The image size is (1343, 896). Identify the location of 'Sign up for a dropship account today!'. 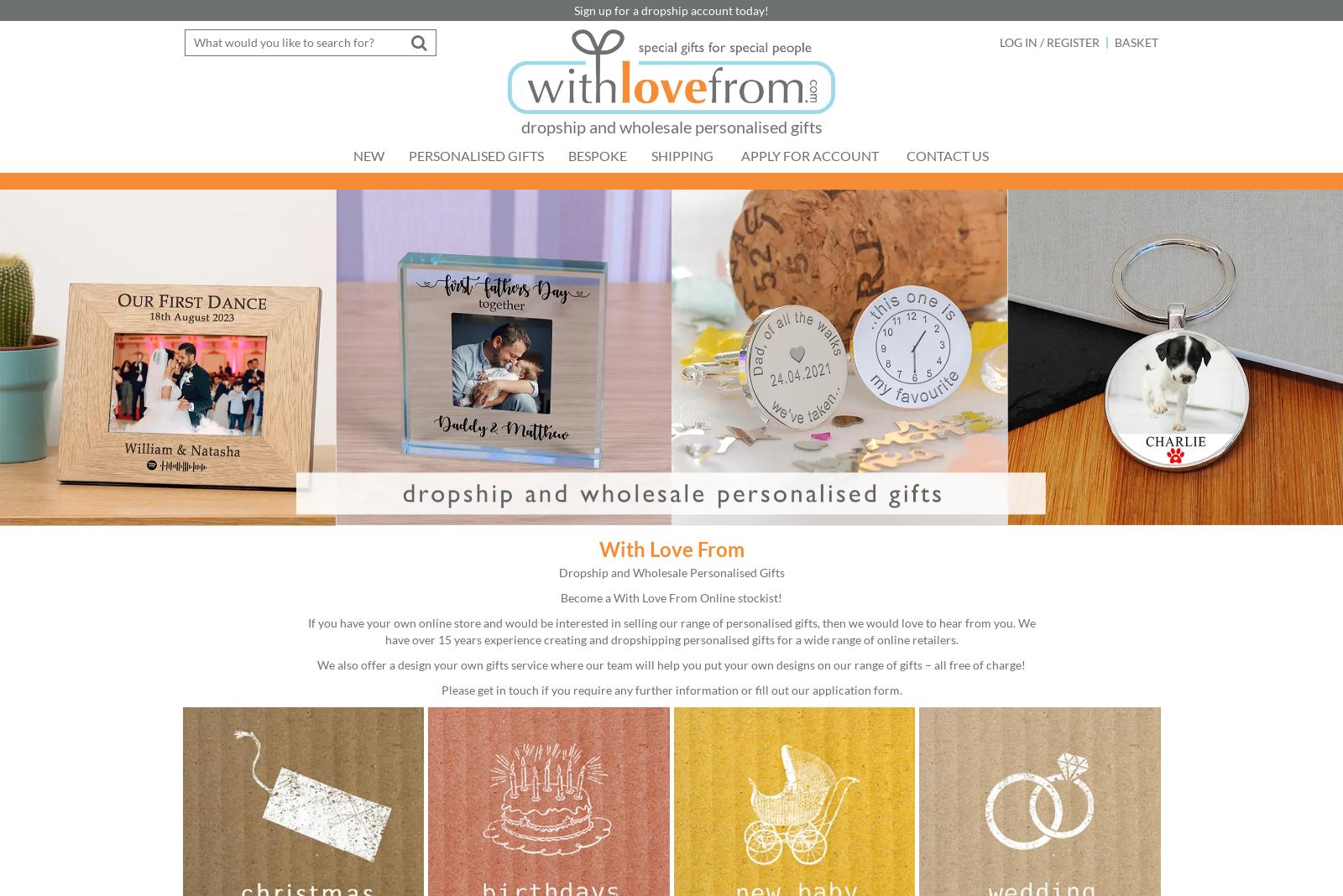
(671, 8).